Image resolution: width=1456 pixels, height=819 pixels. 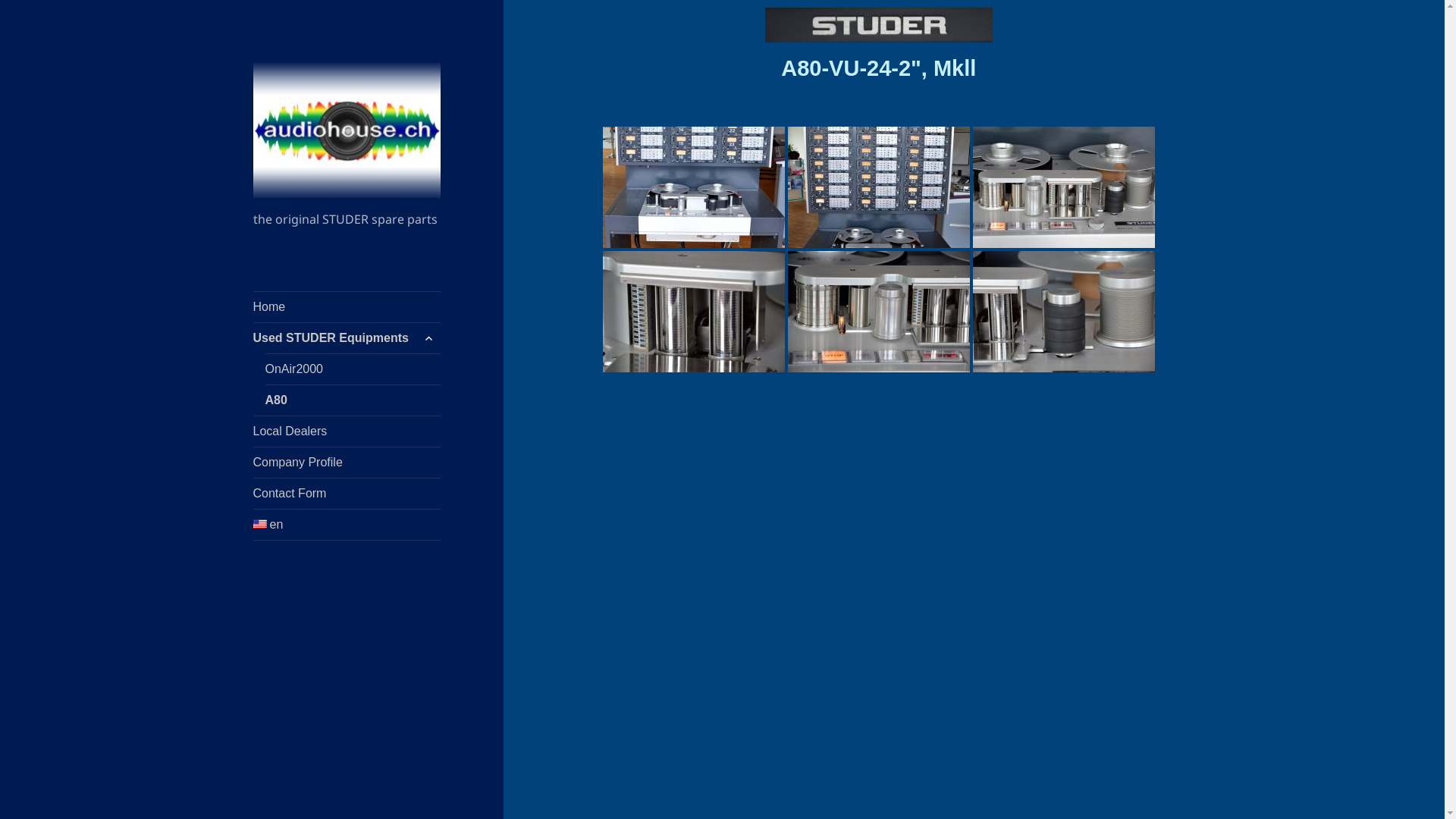 I want to click on 'A80-VU-24-239-2-scaled', so click(x=878, y=186).